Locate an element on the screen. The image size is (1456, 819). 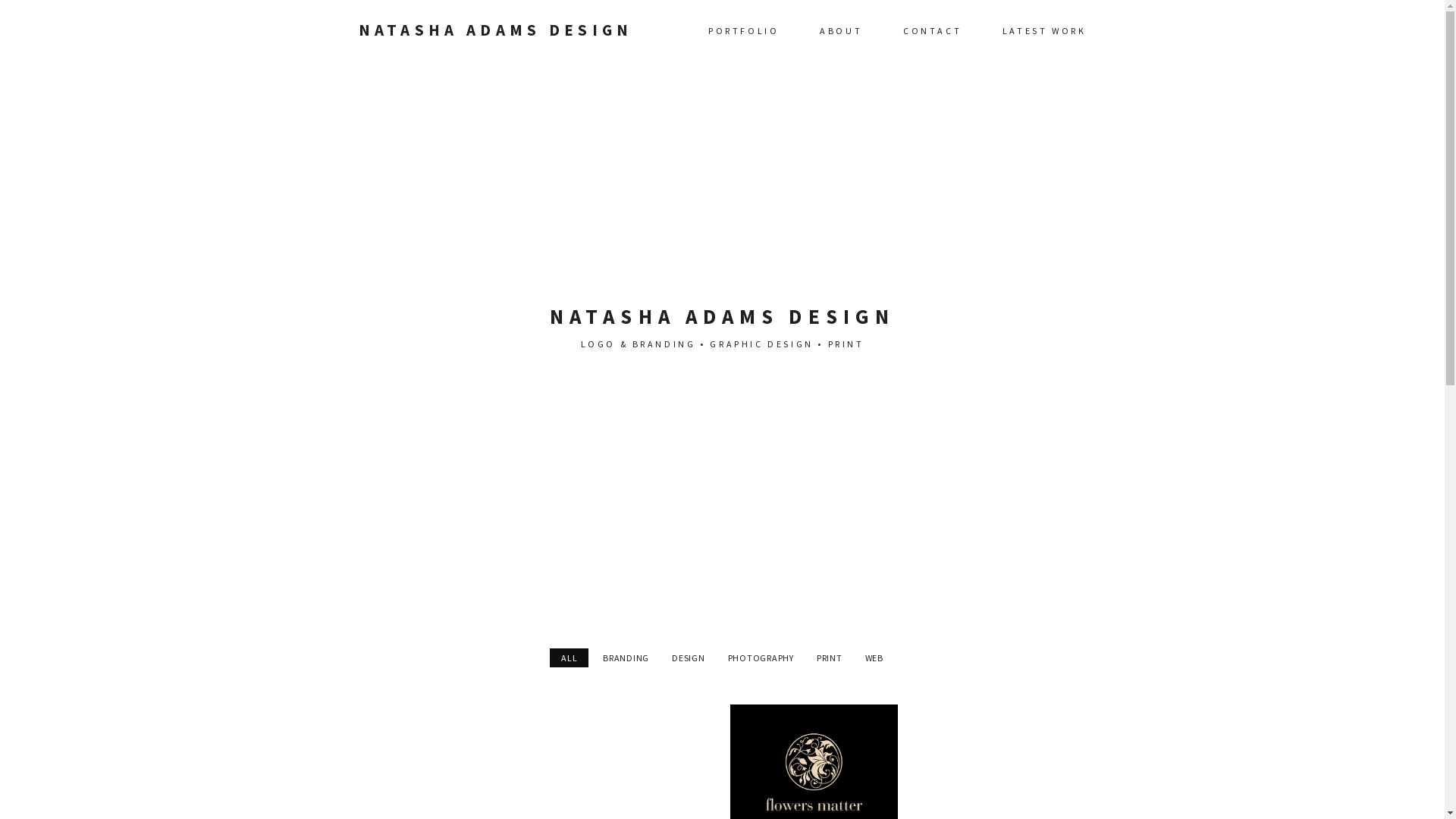
'CONTACT' is located at coordinates (931, 30).